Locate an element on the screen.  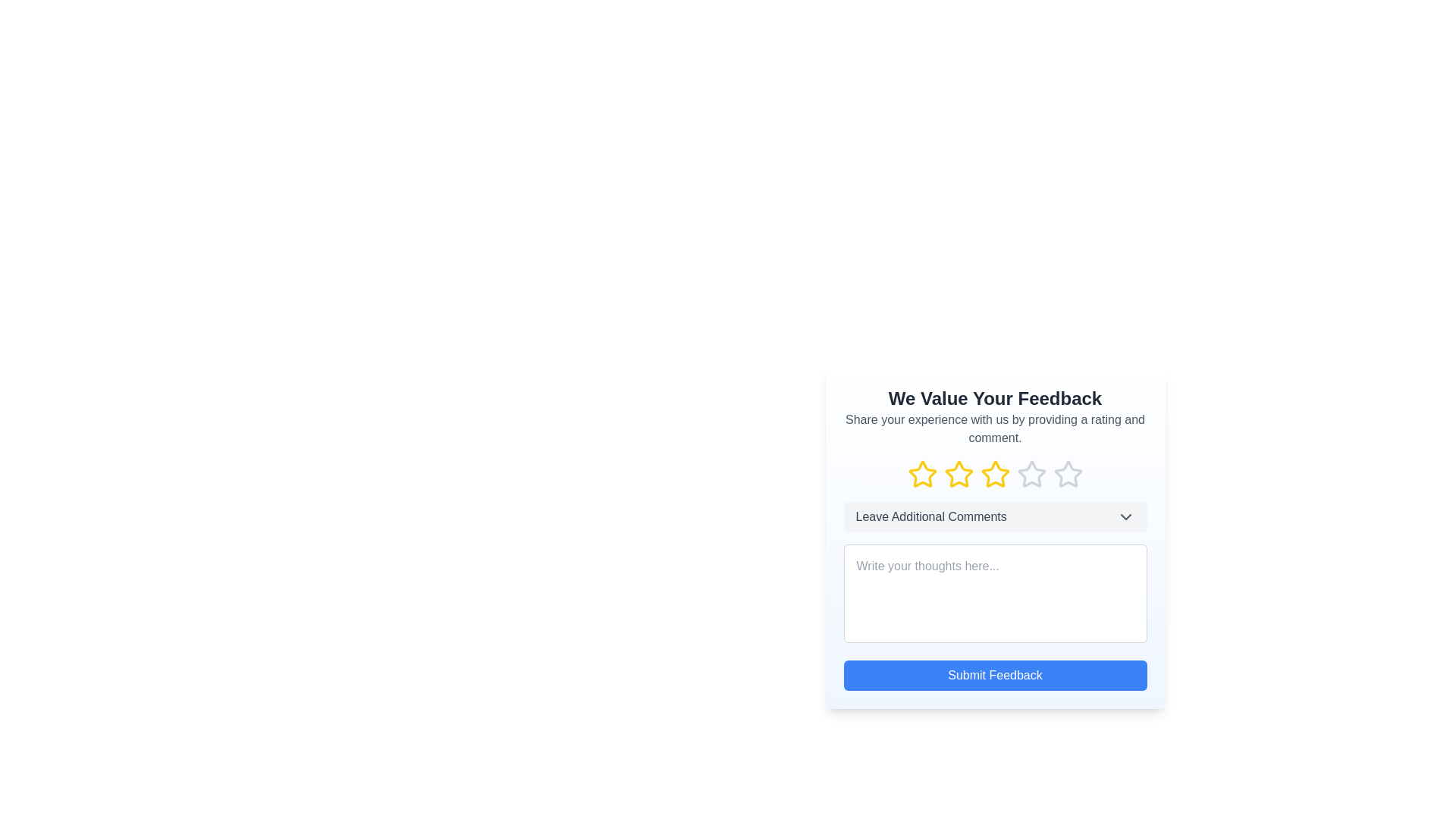
the button located below the row of star rating icons in the feedback form is located at coordinates (995, 516).